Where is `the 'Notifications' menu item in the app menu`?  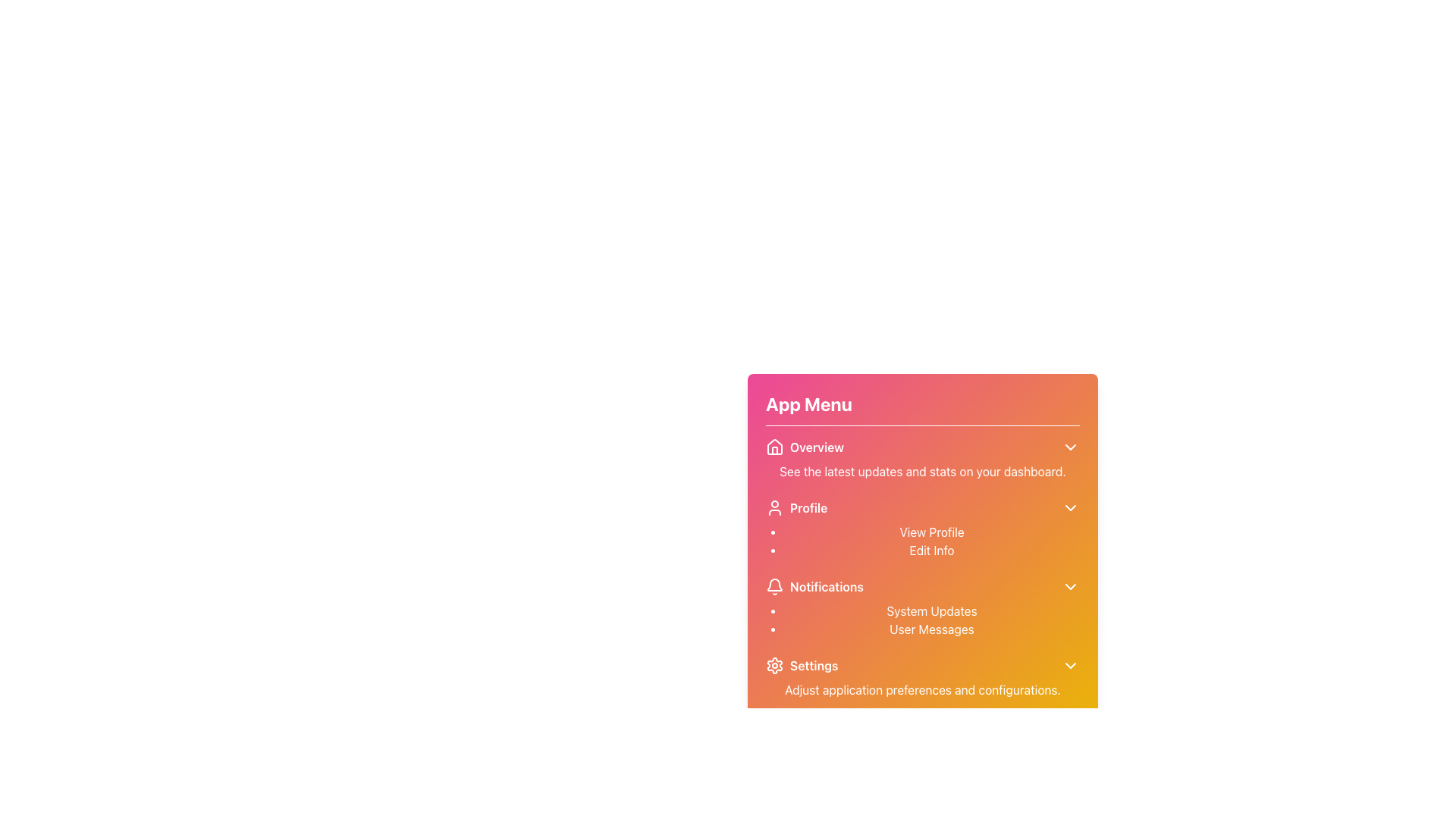
the 'Notifications' menu item in the app menu is located at coordinates (922, 586).